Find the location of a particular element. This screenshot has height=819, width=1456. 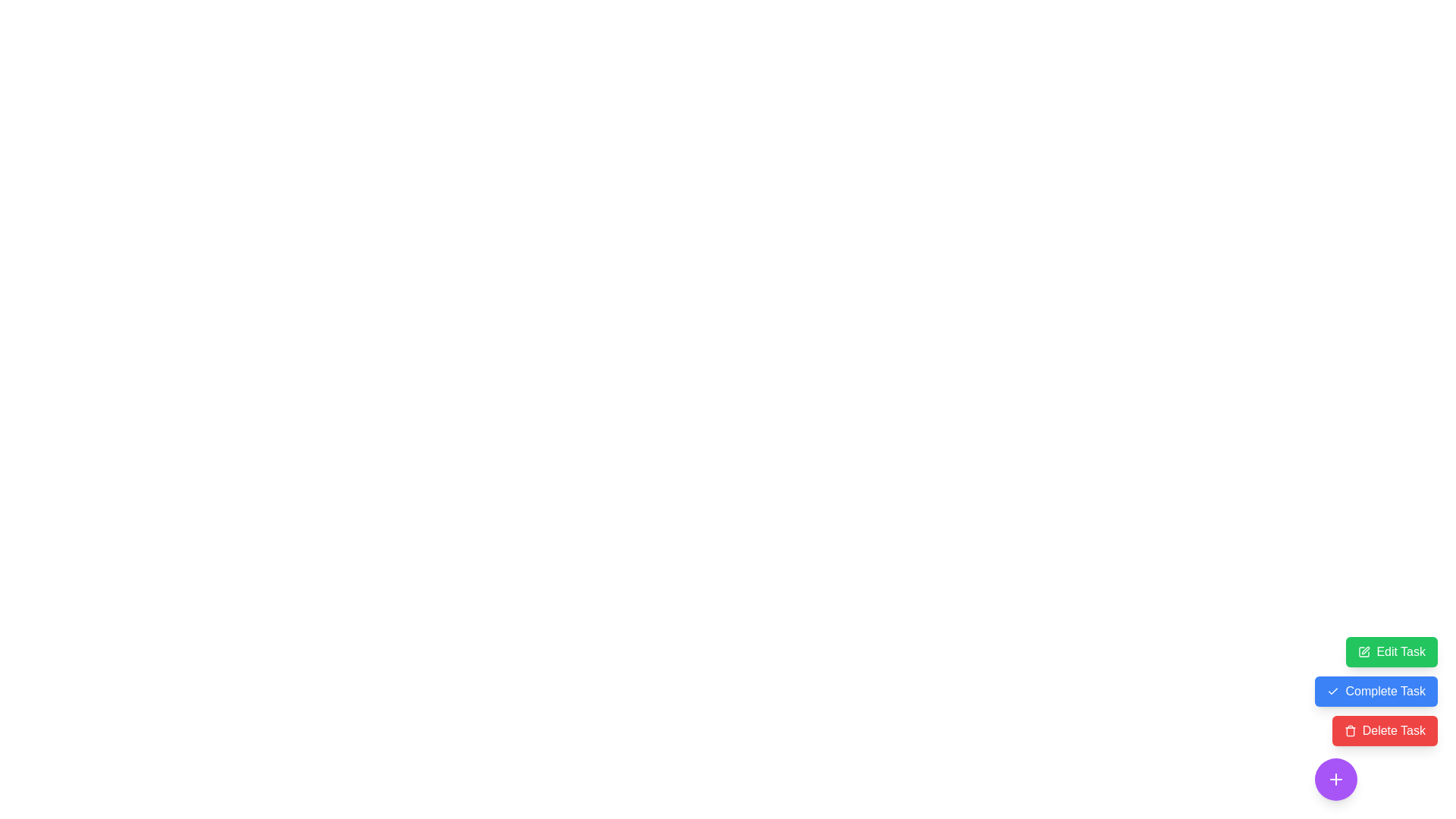

the red 'Delete Task' button with a trash icon is located at coordinates (1376, 718).